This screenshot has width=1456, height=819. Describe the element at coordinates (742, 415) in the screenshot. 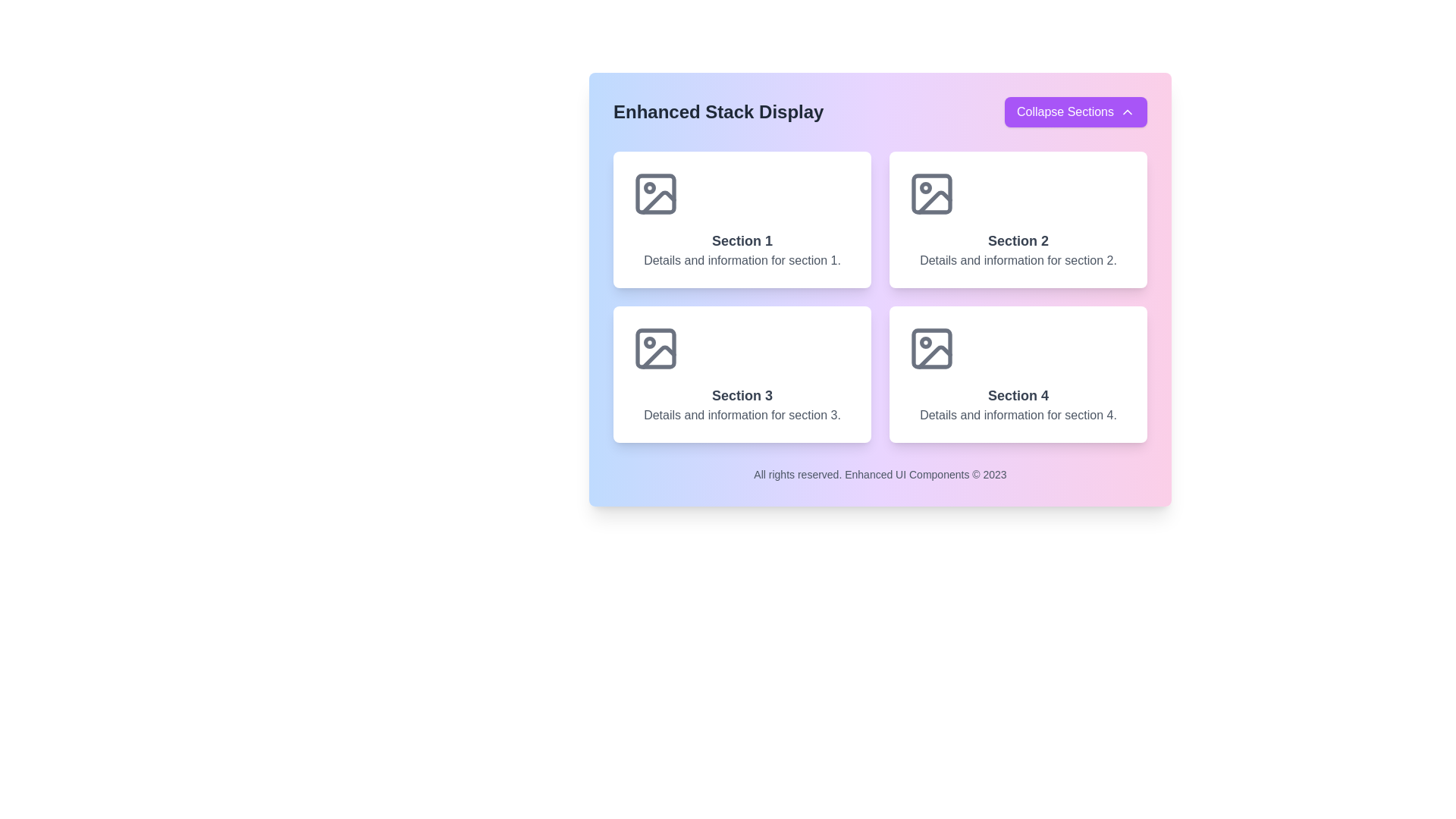

I see `the second line of text inside the bottom-left information box labeled 'Section 3.'` at that location.